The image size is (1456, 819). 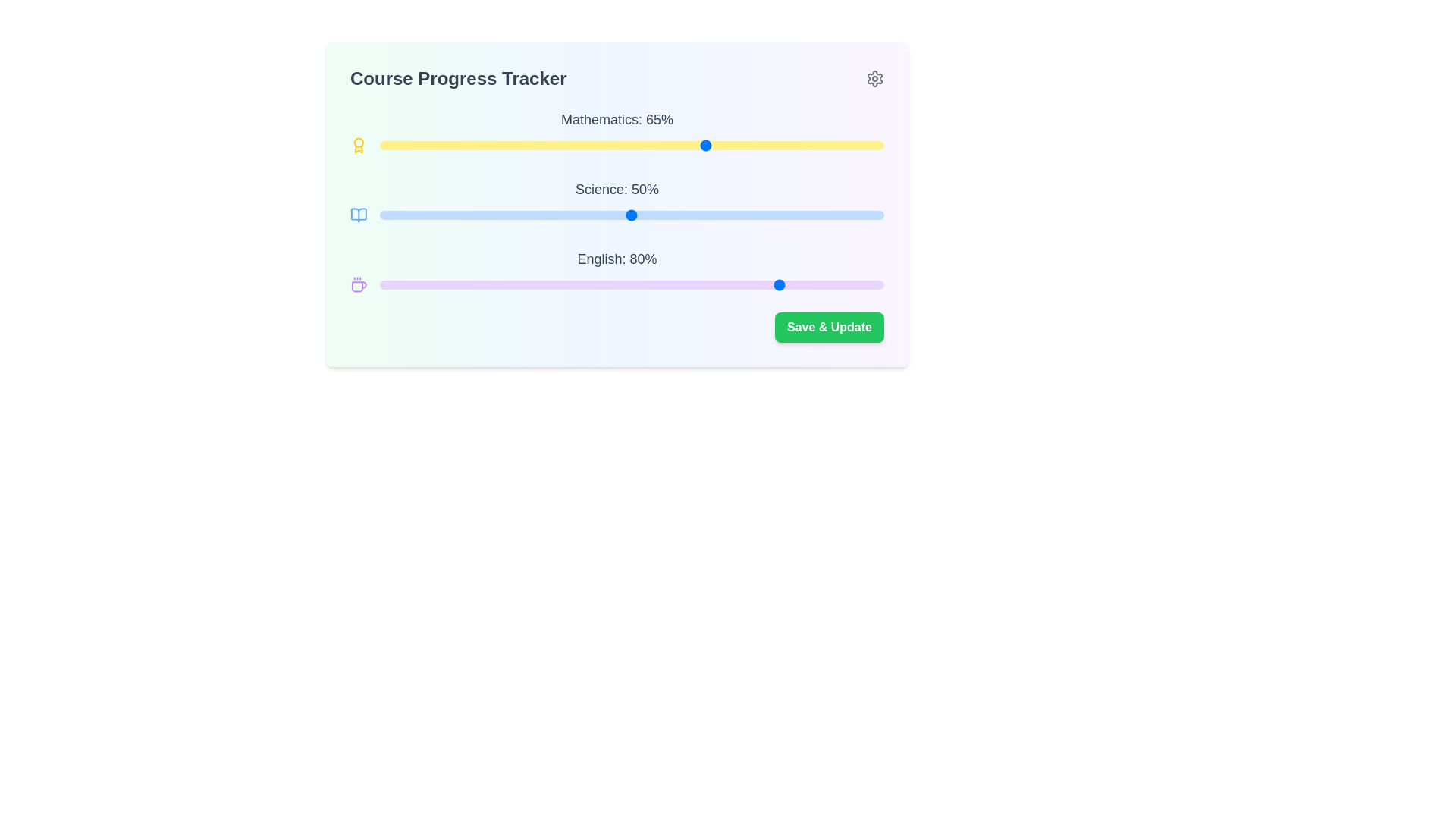 What do you see at coordinates (617, 259) in the screenshot?
I see `the text label indicating 'English' and its completion percentage of '80%', which is the third text label in a series located above its corresponding progress bar` at bounding box center [617, 259].